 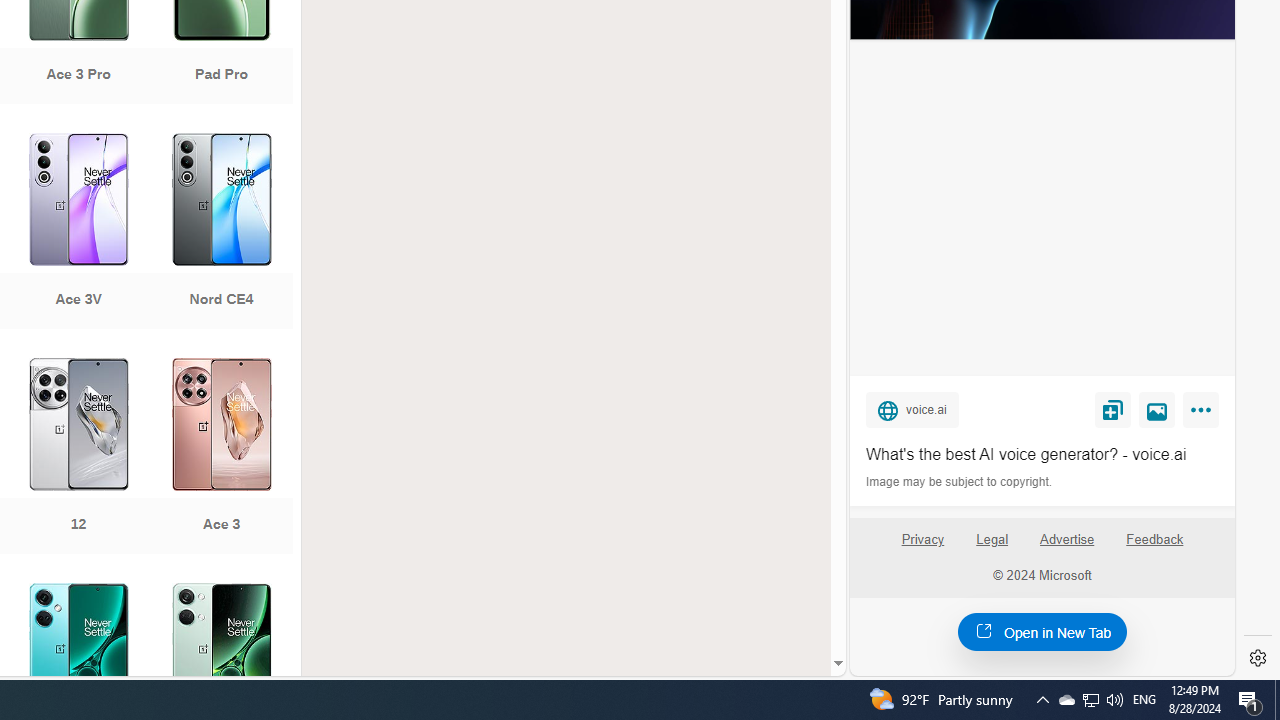 I want to click on 'Open in New Tab', so click(x=1041, y=631).